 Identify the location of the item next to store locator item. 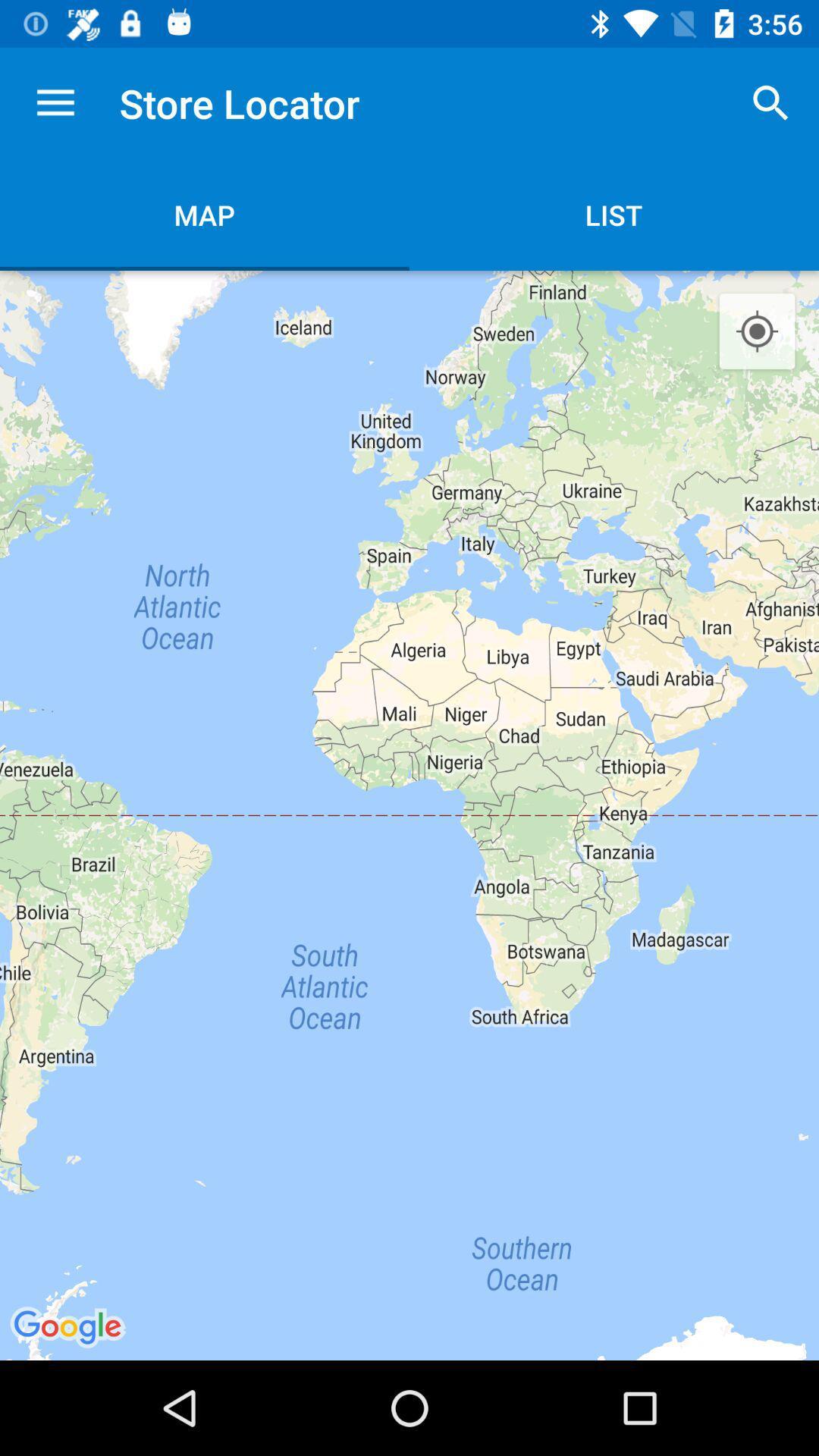
(55, 102).